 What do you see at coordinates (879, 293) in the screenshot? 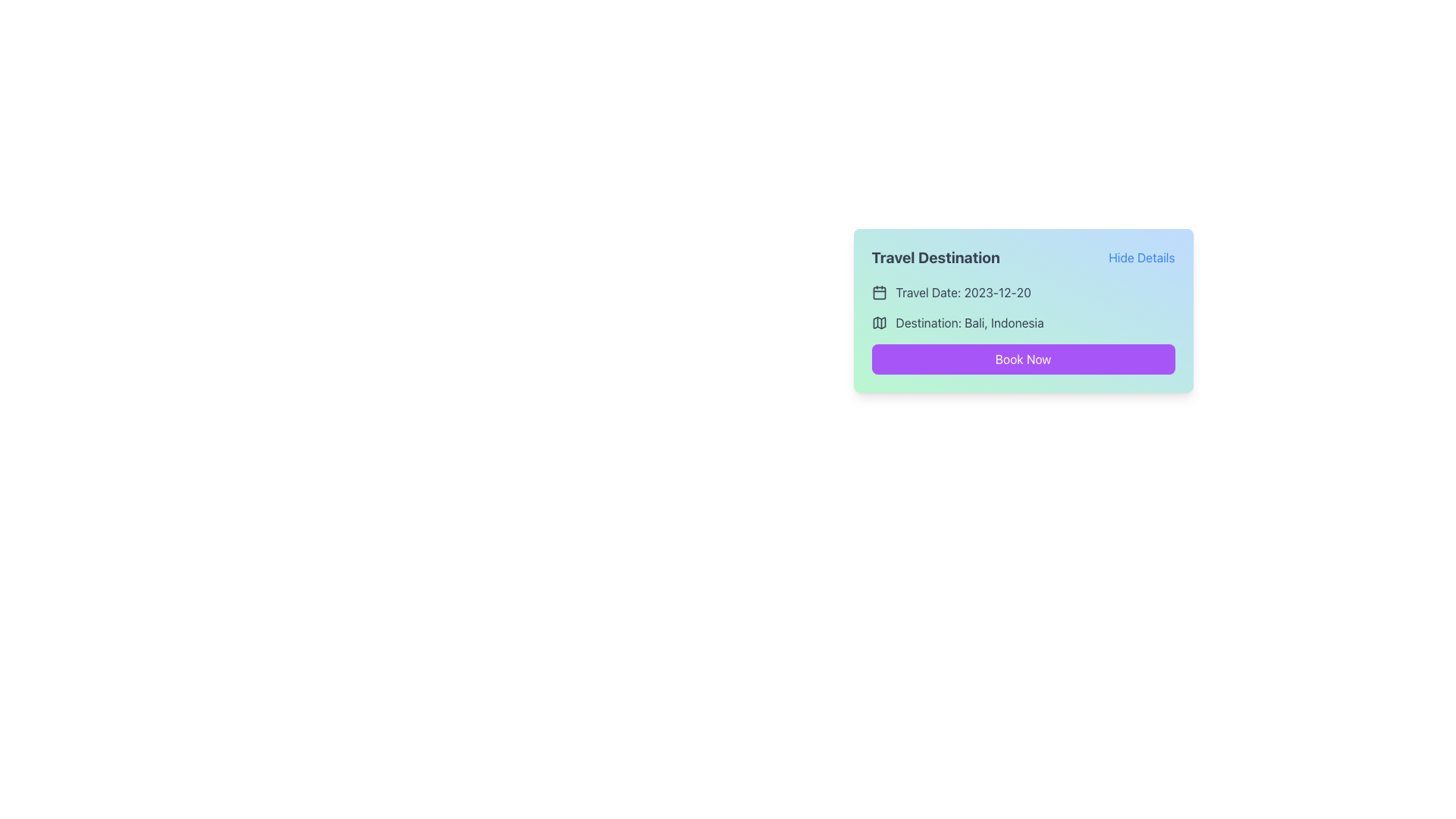
I see `the small rectangular component within the calendar icon, which is centrally positioned and has a 2px rounded corner radius, located next to the label 'Travel Date: 2023-12-20'` at bounding box center [879, 293].